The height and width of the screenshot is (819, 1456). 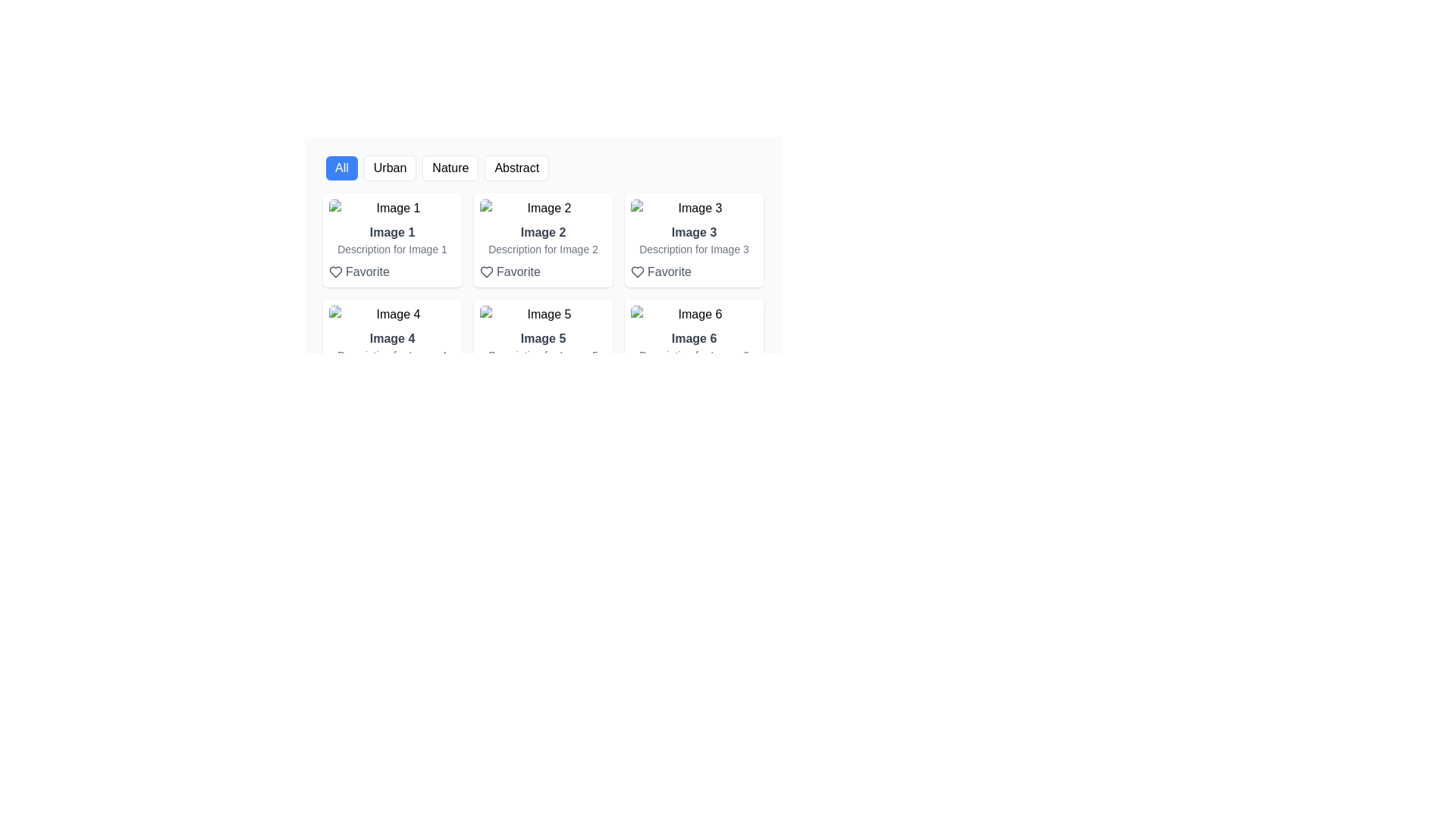 What do you see at coordinates (487, 271) in the screenshot?
I see `the favorite icon located below 'Image 2' in the second column of the image grid to mark it as a favorite` at bounding box center [487, 271].